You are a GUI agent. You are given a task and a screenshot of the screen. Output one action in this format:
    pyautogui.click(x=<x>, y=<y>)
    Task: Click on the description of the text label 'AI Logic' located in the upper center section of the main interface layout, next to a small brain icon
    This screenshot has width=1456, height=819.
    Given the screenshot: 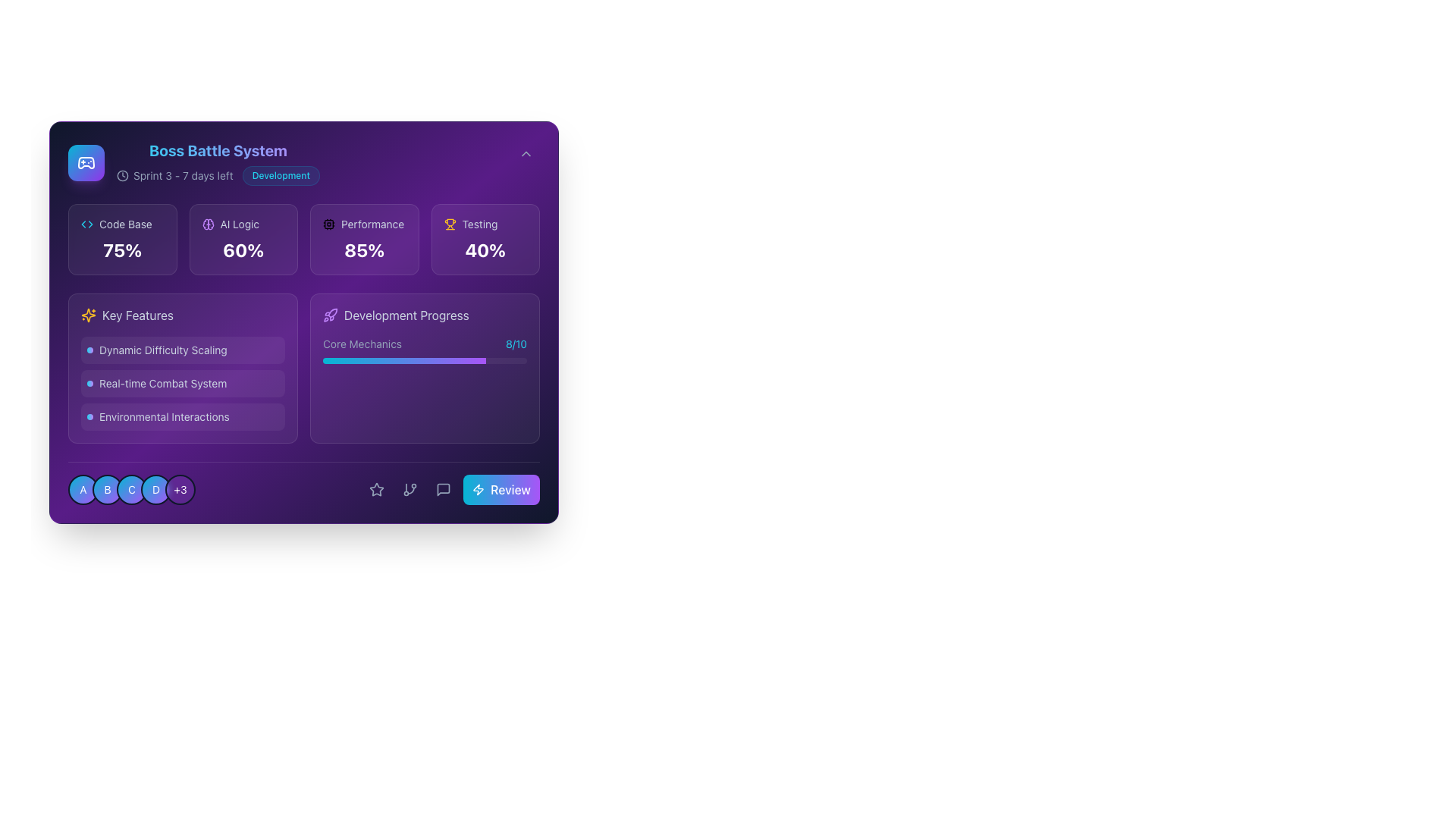 What is the action you would take?
    pyautogui.click(x=239, y=224)
    